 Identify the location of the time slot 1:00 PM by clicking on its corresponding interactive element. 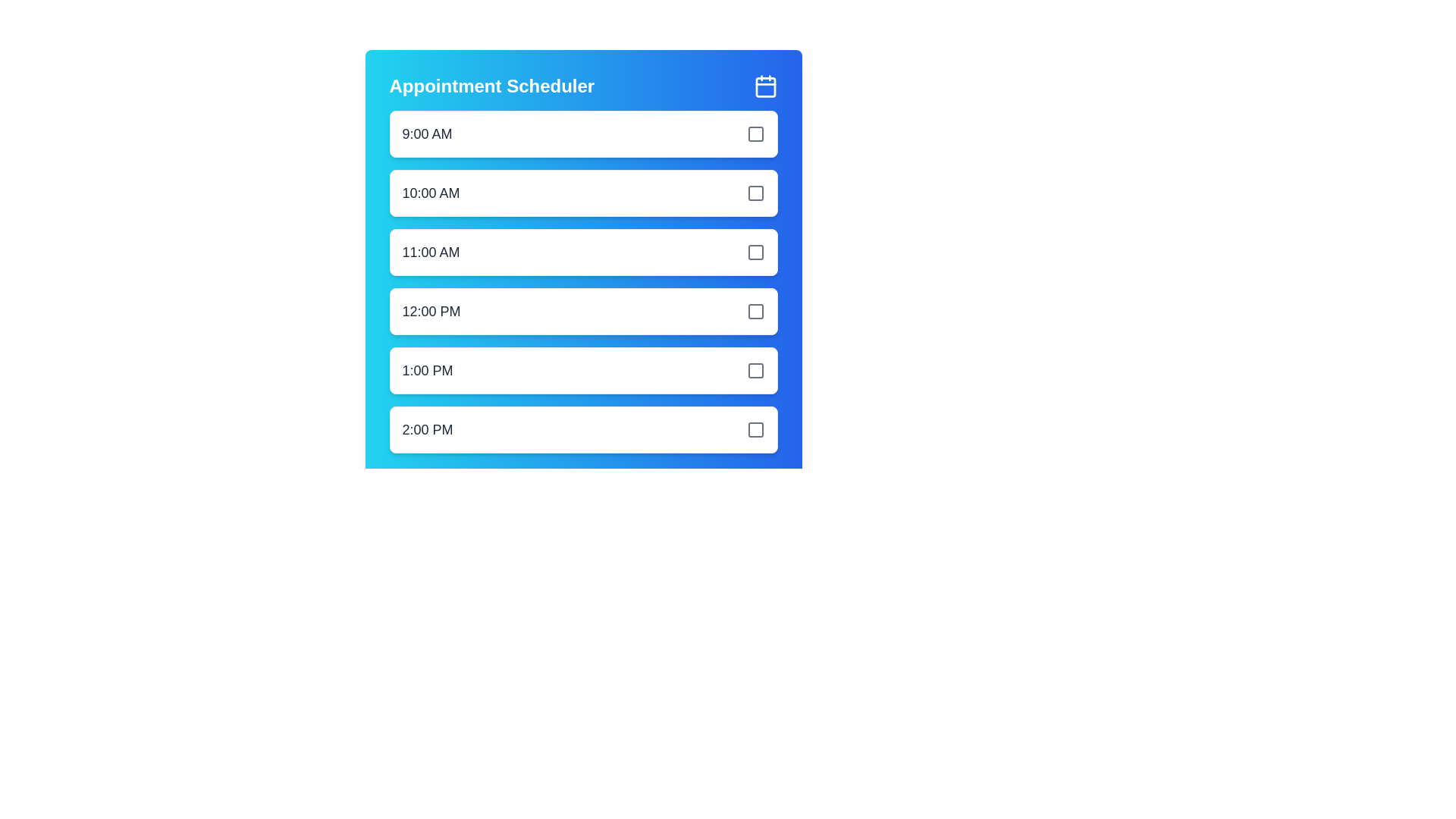
(582, 371).